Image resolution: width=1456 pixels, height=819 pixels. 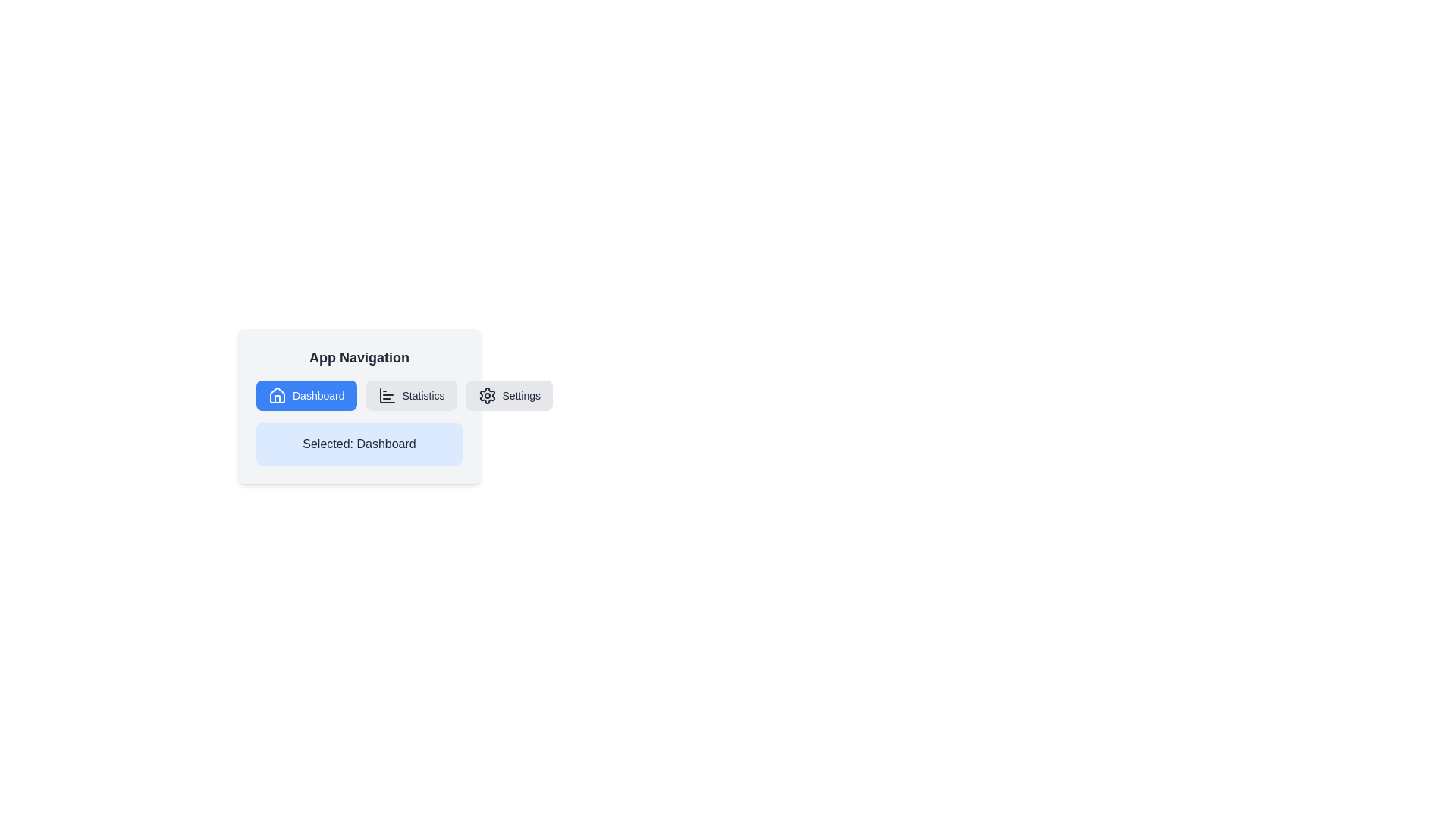 I want to click on the first button in a horizontal group of three buttons on the left side of the interface, so click(x=306, y=394).